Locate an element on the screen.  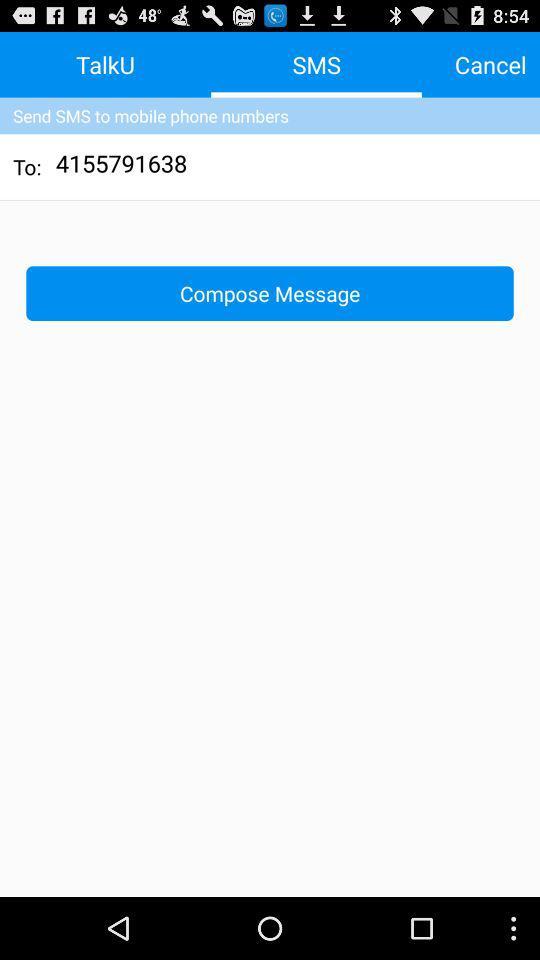
the app to the left of sms app is located at coordinates (105, 64).